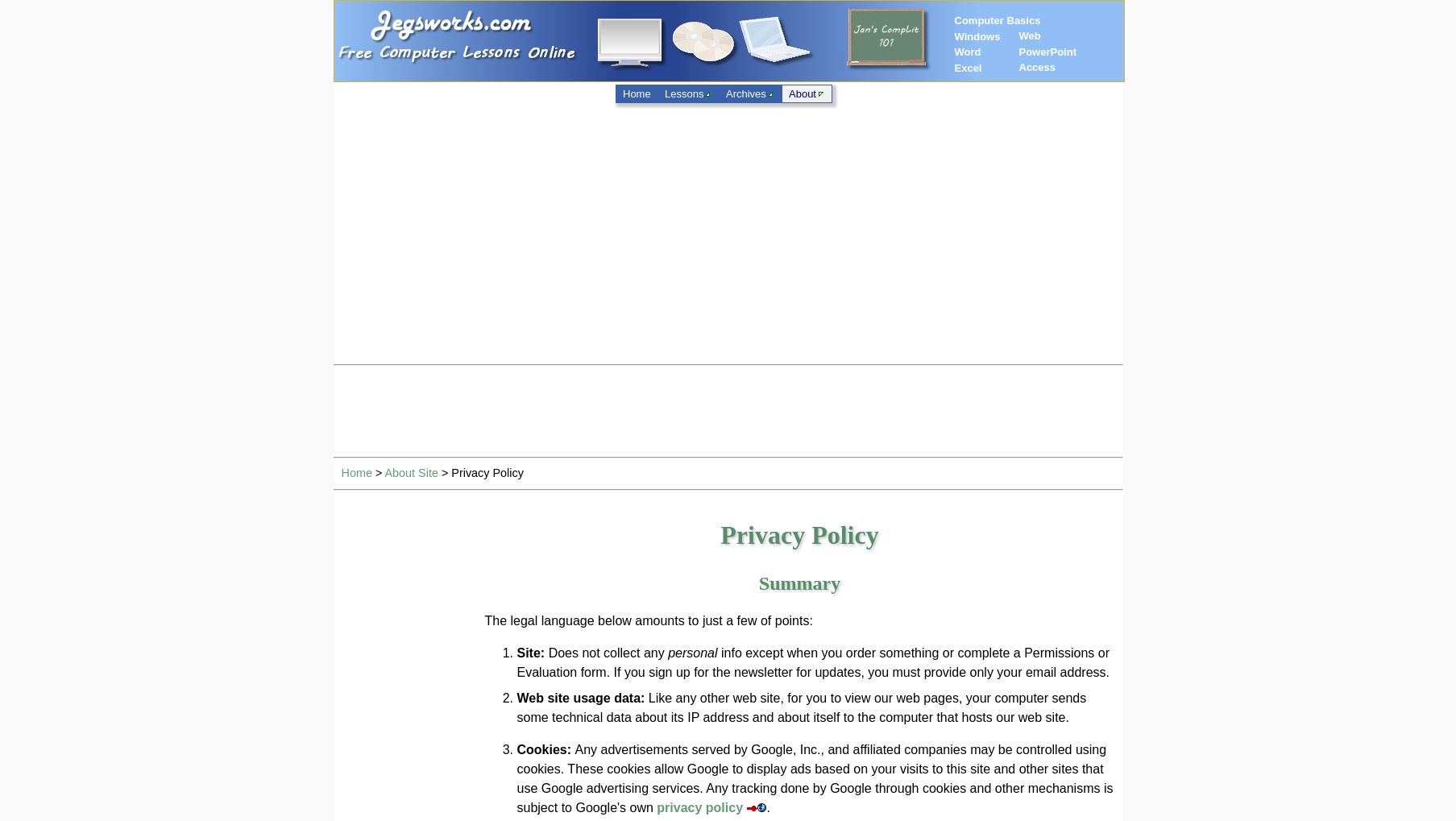  I want to click on 'Summary', so click(799, 583).